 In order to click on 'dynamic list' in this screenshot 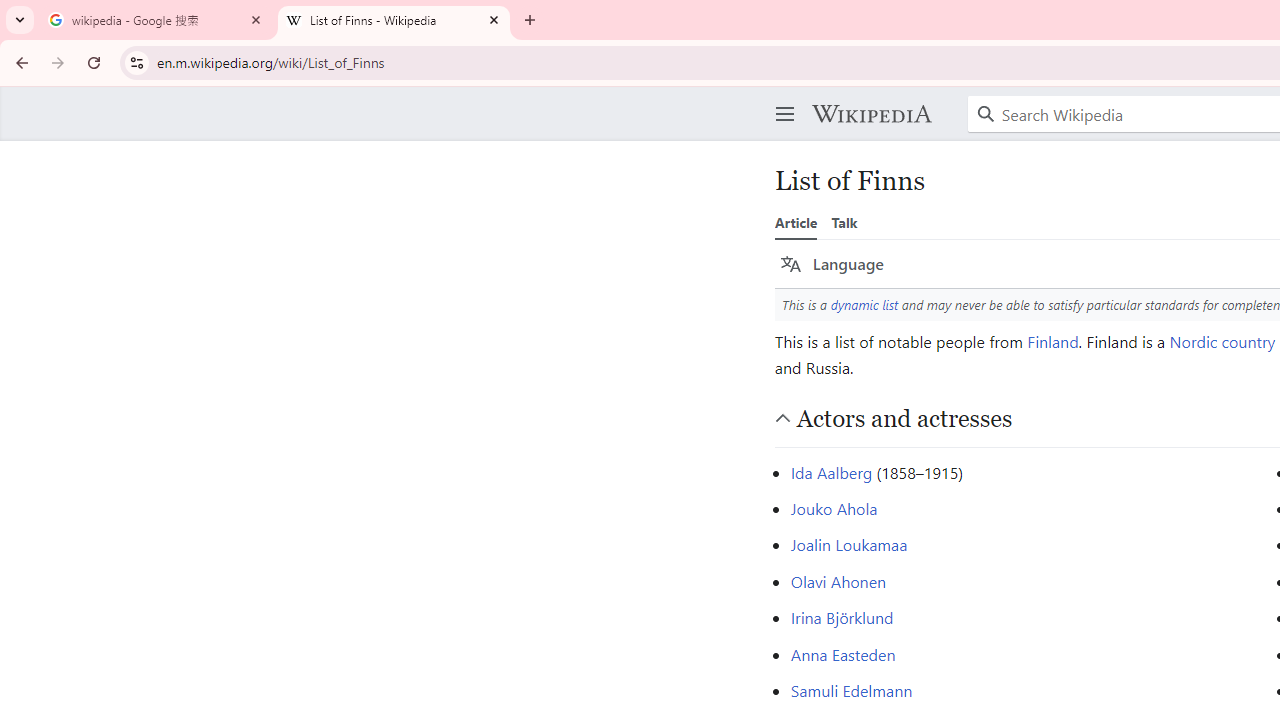, I will do `click(864, 304)`.